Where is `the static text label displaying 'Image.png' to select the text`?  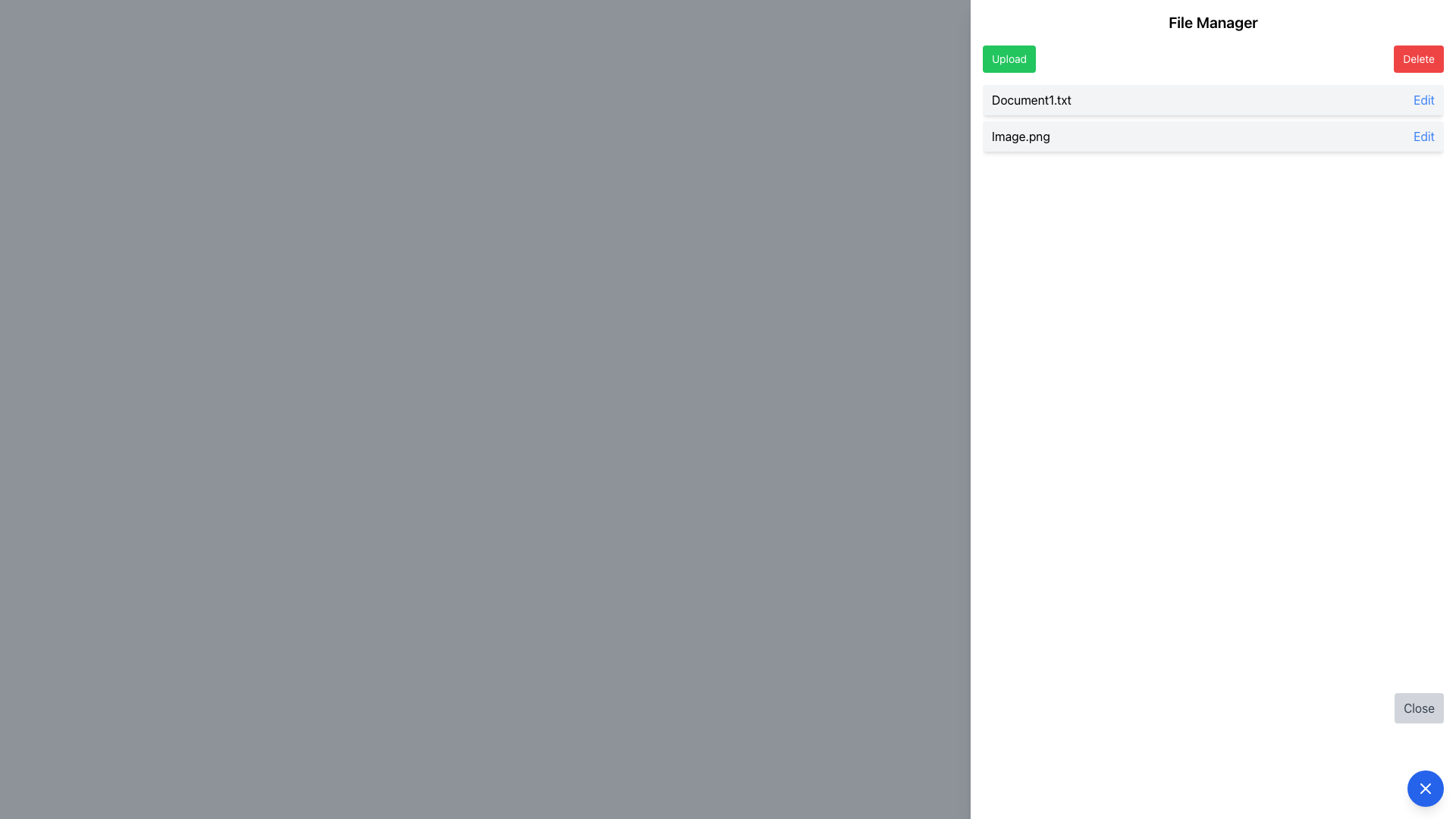 the static text label displaying 'Image.png' to select the text is located at coordinates (1020, 136).